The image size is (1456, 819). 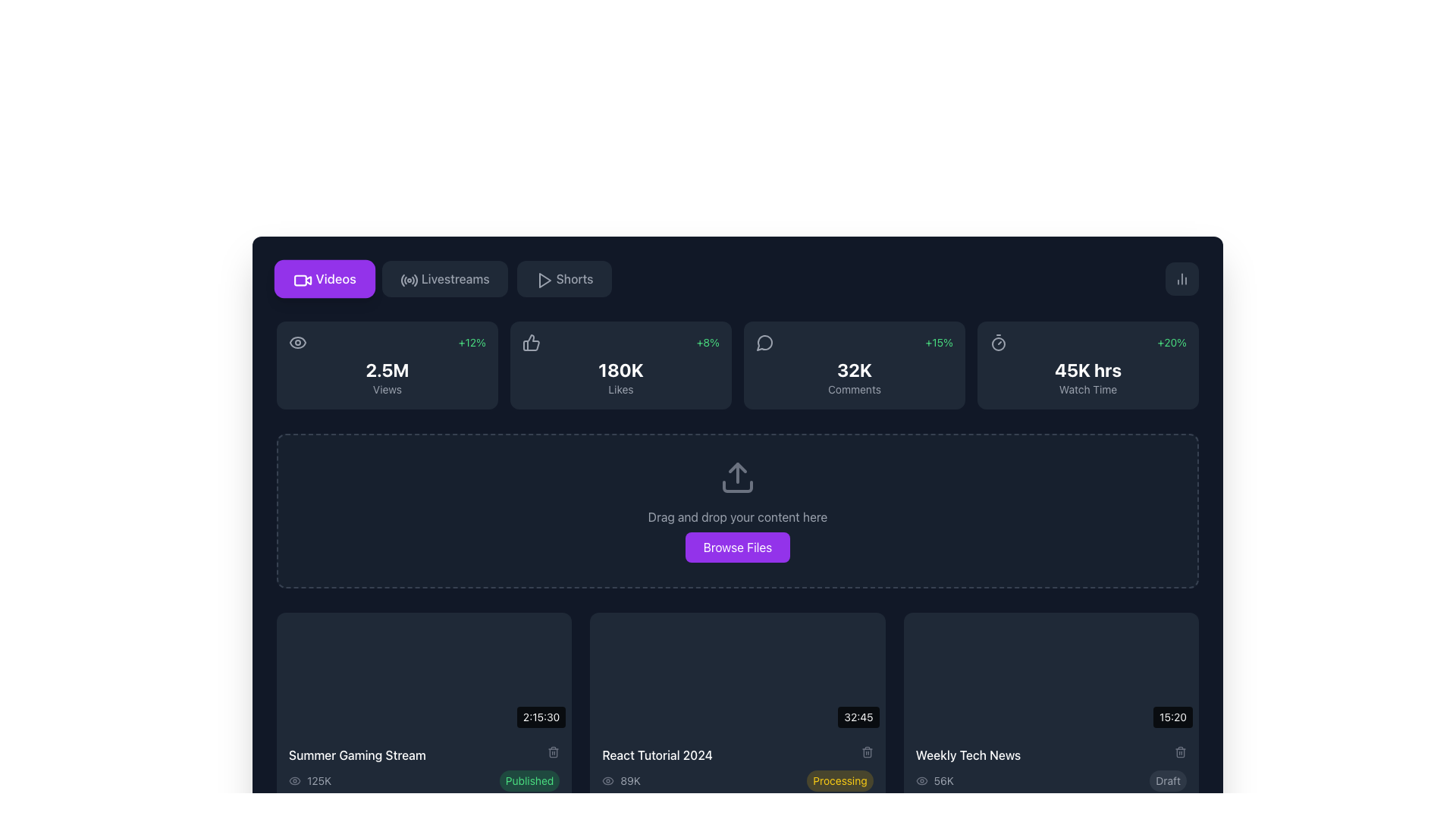 What do you see at coordinates (1181, 278) in the screenshot?
I see `the bar chart icon (SVG) located in the top-right corner of the interface` at bounding box center [1181, 278].